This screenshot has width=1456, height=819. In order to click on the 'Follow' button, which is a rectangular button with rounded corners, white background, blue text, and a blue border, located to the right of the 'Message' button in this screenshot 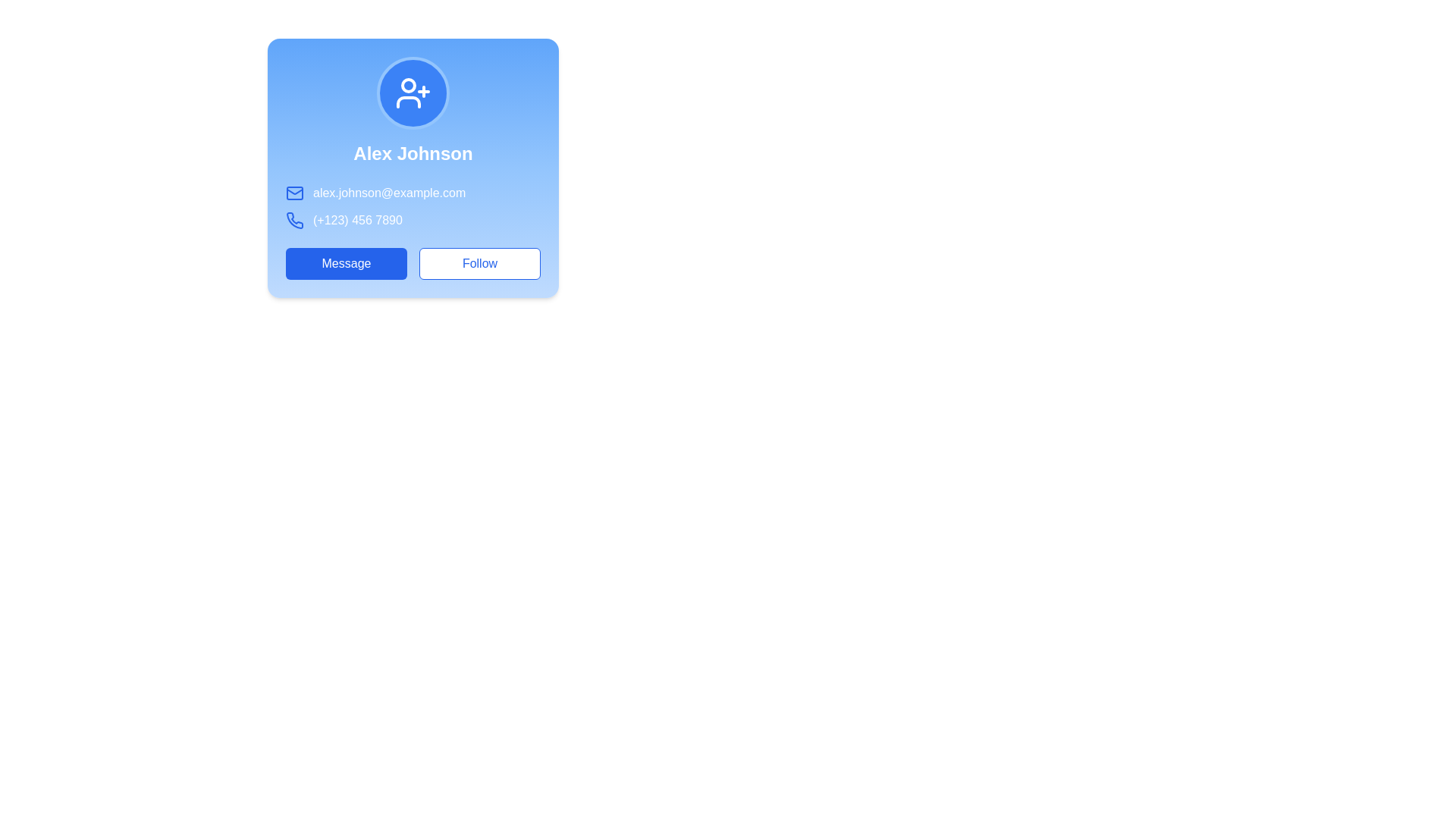, I will do `click(479, 262)`.